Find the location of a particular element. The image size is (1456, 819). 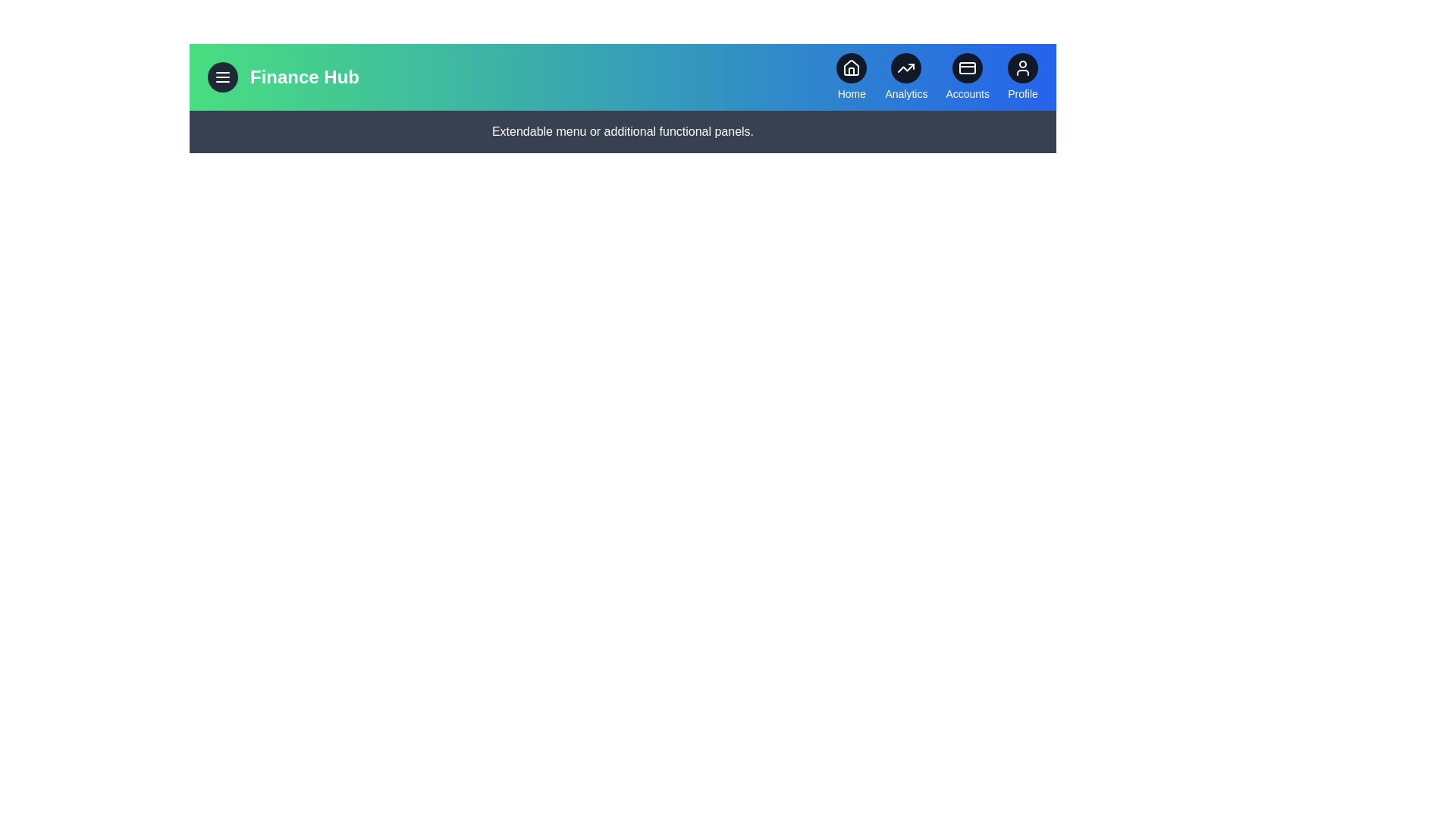

the Profile icon to navigate to the corresponding section is located at coordinates (1022, 67).